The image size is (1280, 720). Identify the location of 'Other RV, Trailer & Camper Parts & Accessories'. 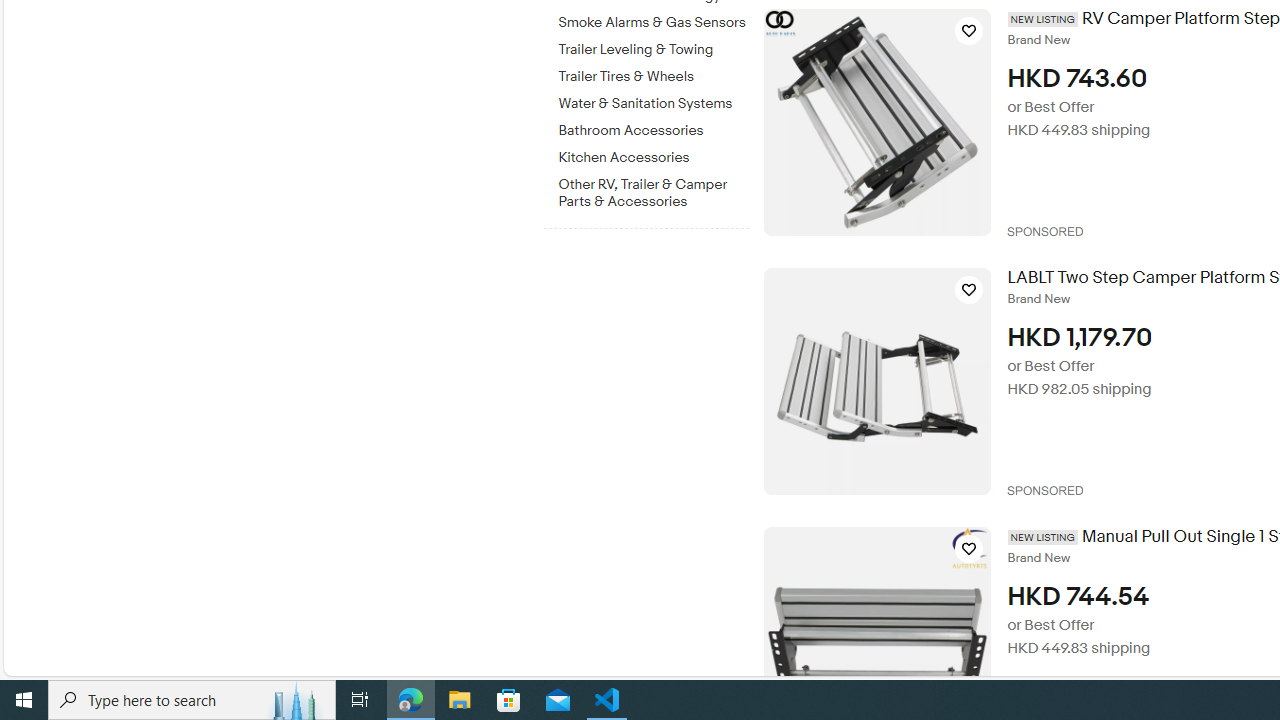
(653, 193).